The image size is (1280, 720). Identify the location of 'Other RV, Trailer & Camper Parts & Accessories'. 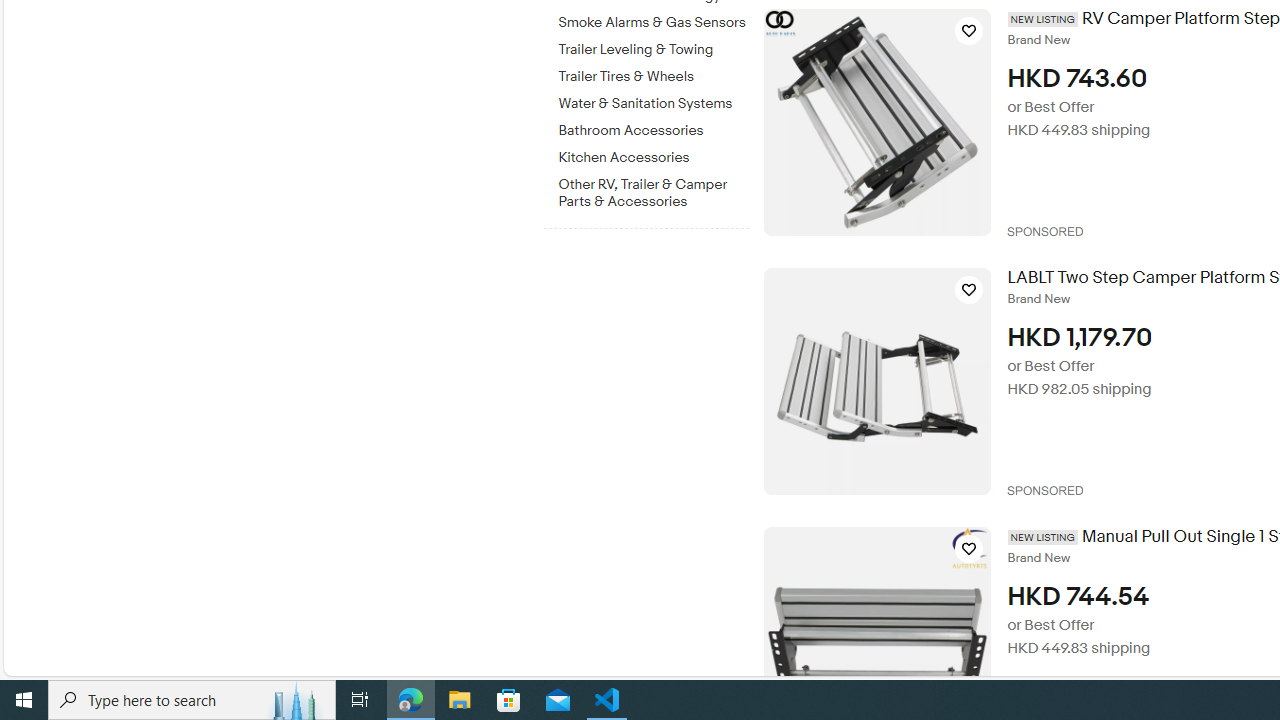
(653, 193).